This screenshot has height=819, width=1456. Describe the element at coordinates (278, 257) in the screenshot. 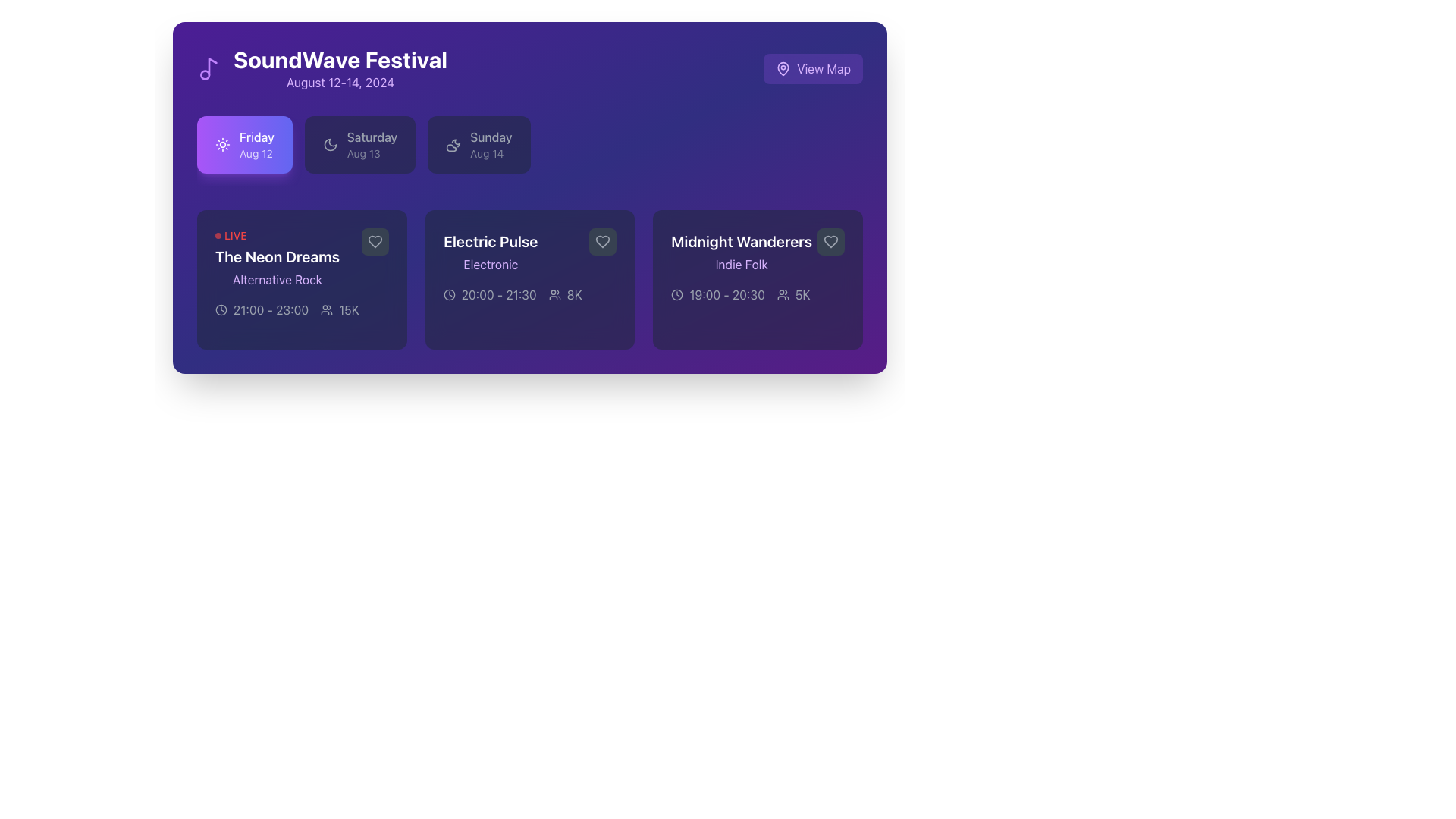

I see `the Label/Text Display showing 'LIVE' in red` at that location.